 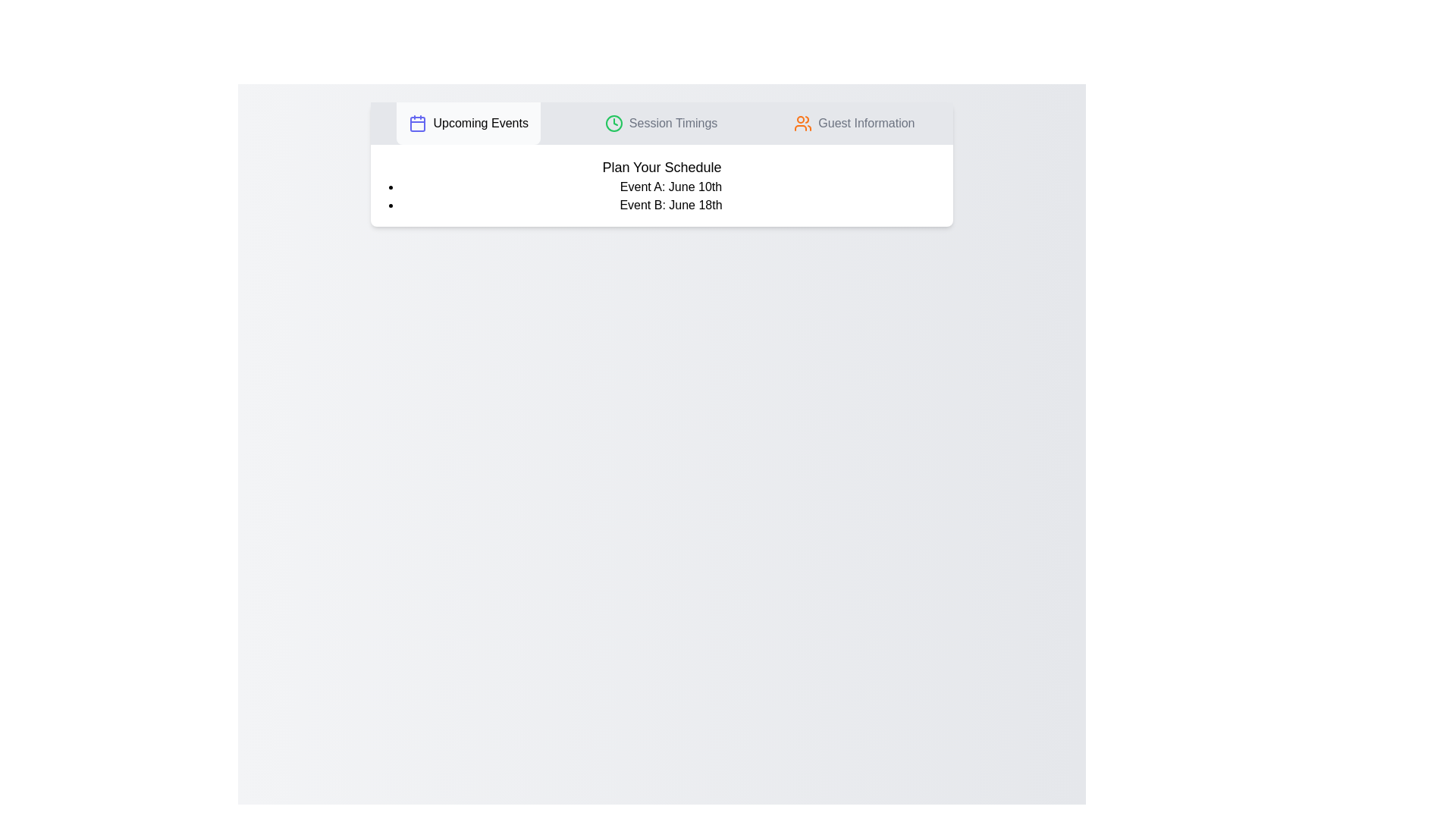 What do you see at coordinates (854, 122) in the screenshot?
I see `the tab labeled 'Guest Information' by clicking on its button` at bounding box center [854, 122].